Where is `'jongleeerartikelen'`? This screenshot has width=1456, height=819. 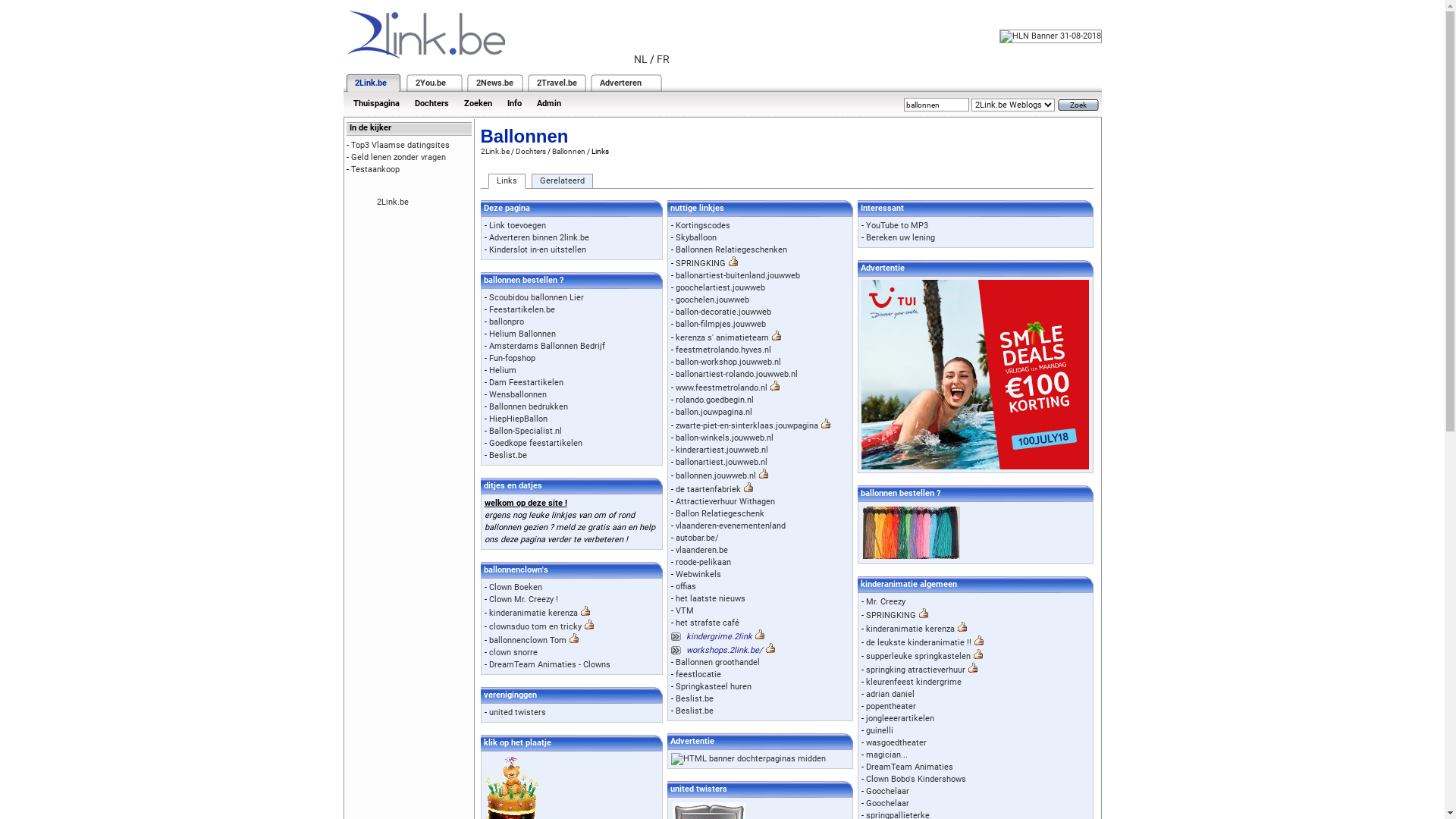 'jongleeerartikelen' is located at coordinates (866, 717).